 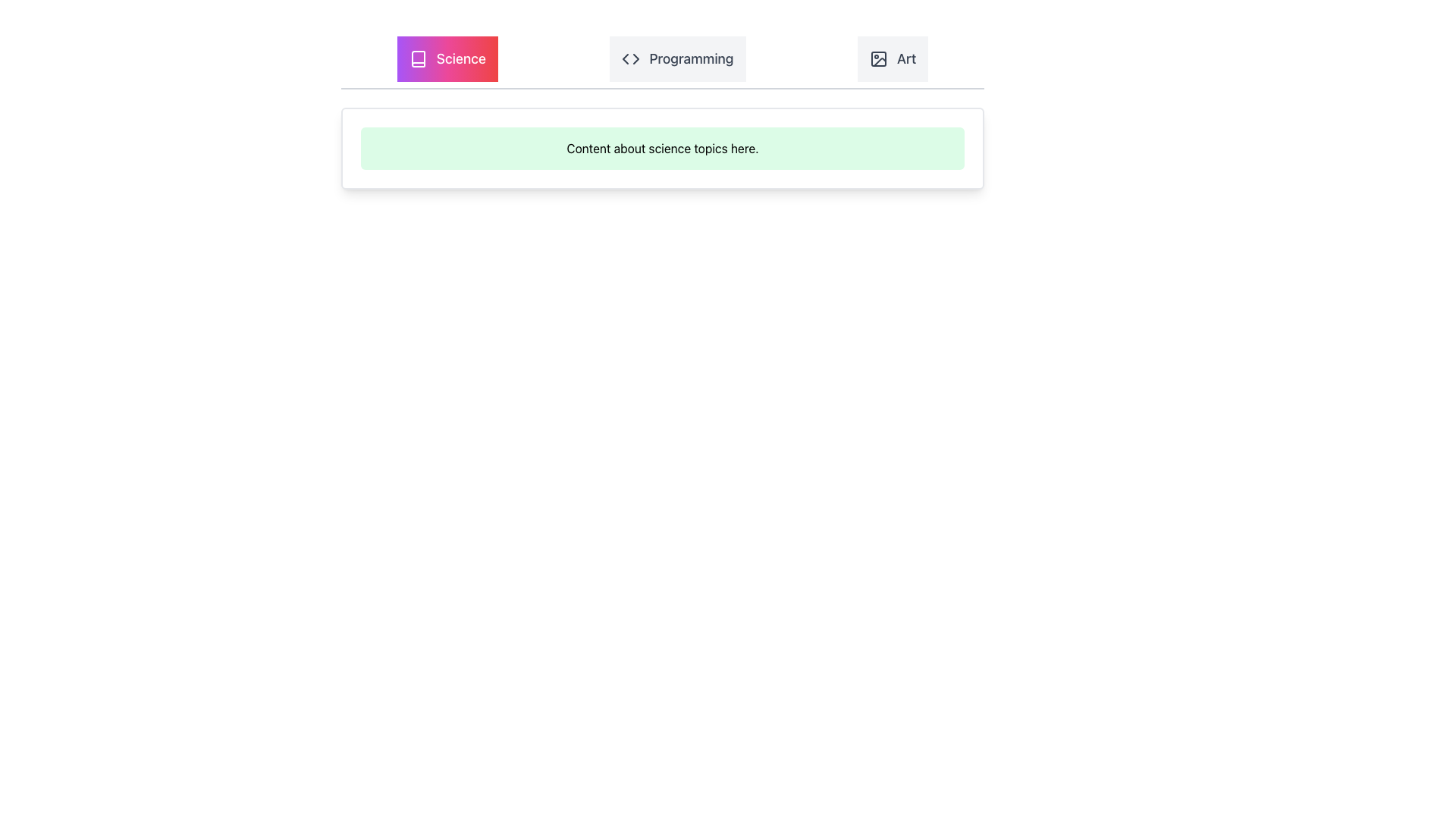 What do you see at coordinates (878, 58) in the screenshot?
I see `the icon representing visual-related functionality located to the left of the 'Art' text` at bounding box center [878, 58].